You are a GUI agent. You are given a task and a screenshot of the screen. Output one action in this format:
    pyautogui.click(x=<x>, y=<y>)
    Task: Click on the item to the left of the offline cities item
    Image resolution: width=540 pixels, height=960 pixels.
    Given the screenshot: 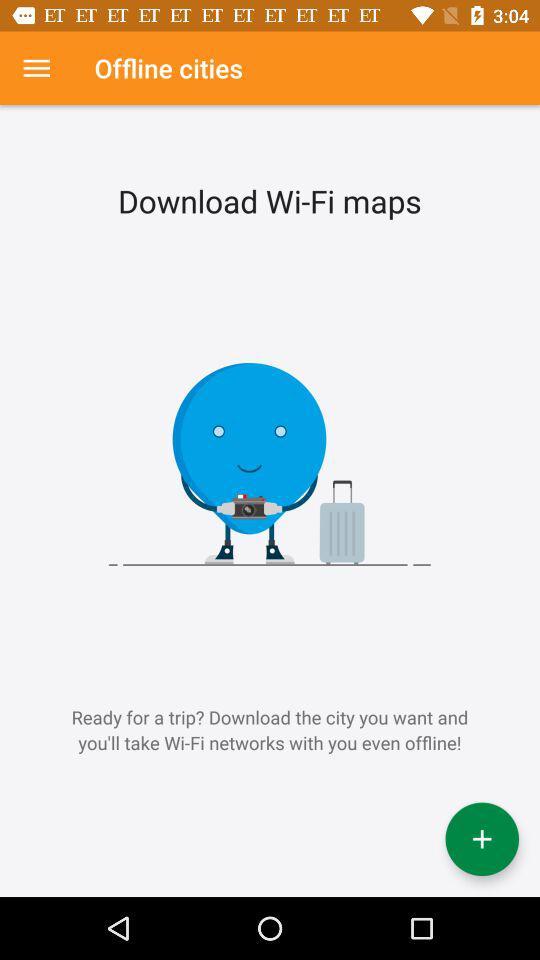 What is the action you would take?
    pyautogui.click(x=36, y=68)
    